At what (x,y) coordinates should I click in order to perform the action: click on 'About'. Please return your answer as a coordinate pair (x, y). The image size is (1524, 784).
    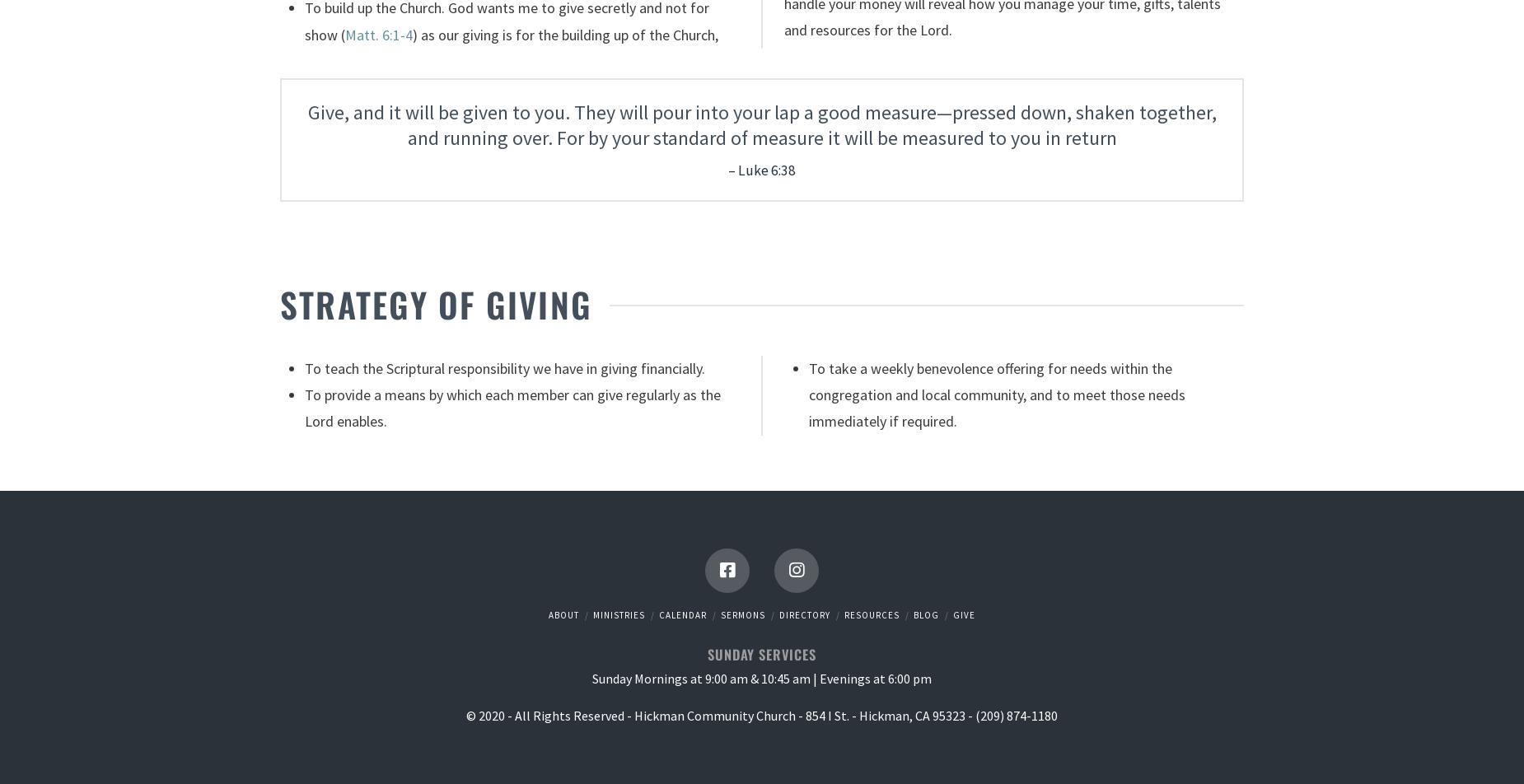
    Looking at the image, I should click on (563, 614).